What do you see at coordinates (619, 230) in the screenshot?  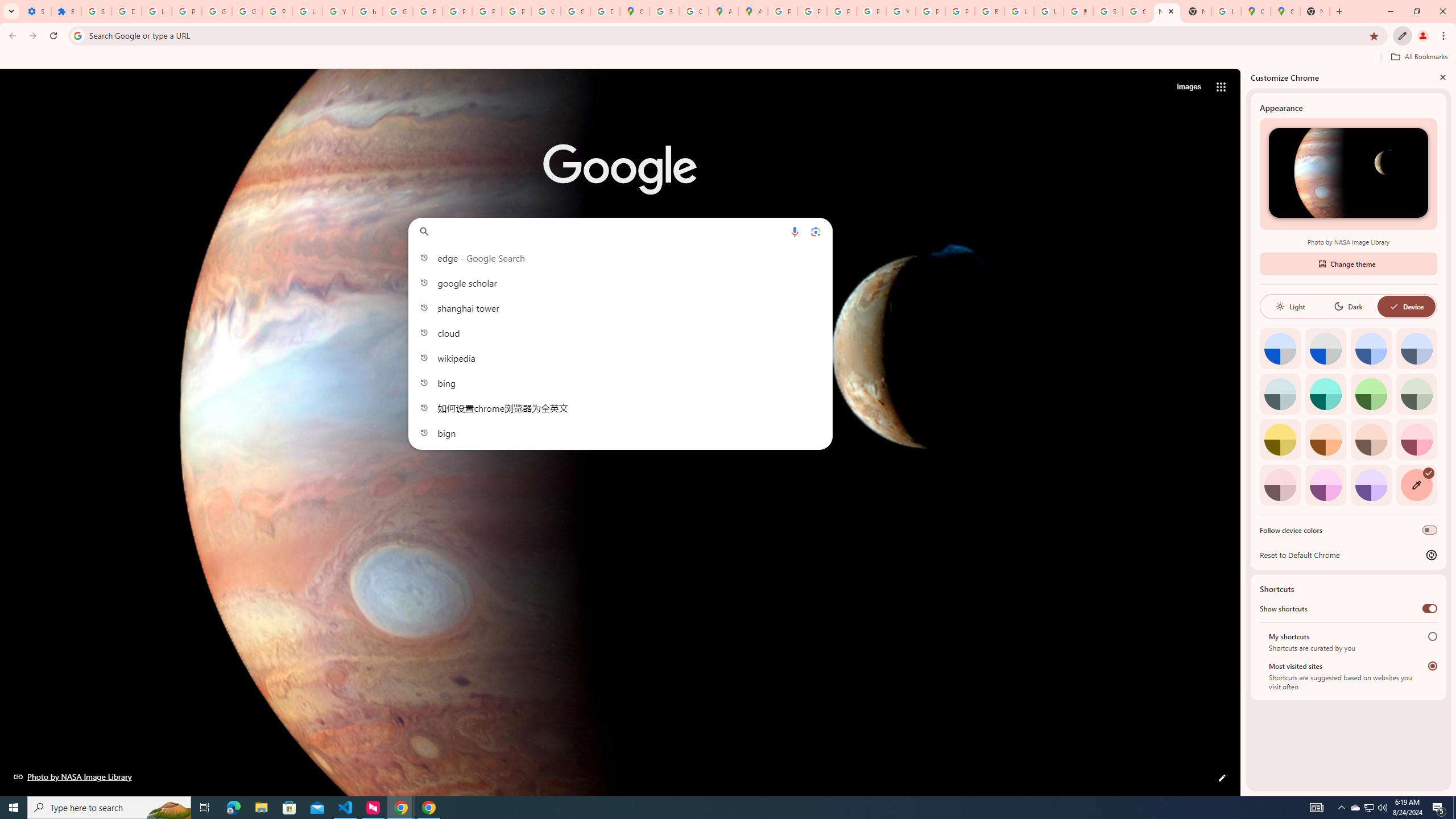 I see `'Search Google or type a URL'` at bounding box center [619, 230].